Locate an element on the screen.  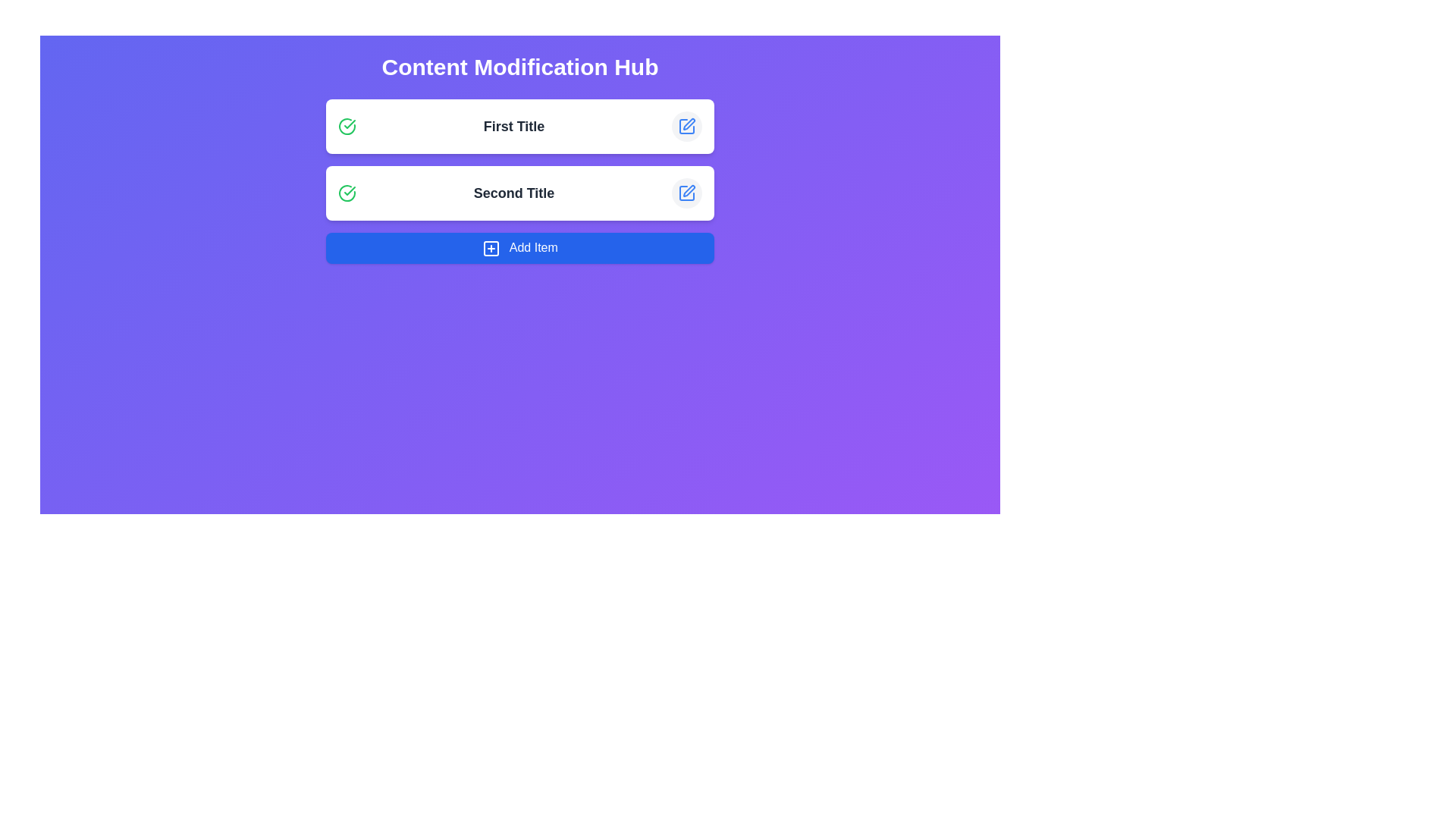
the blue 'Add Item' button with a plus sign icon is located at coordinates (520, 247).